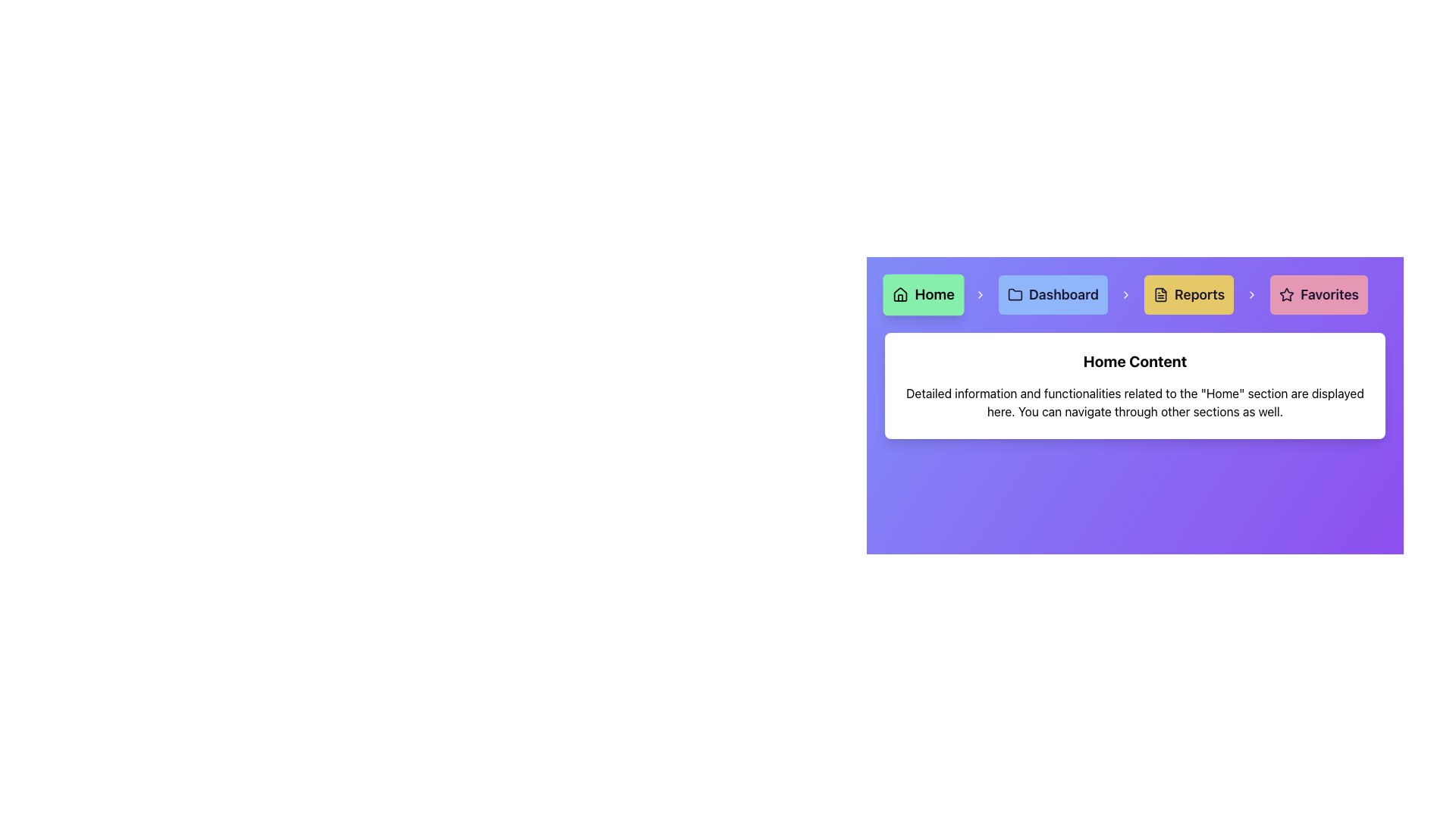 Image resolution: width=1456 pixels, height=819 pixels. What do you see at coordinates (1135, 295) in the screenshot?
I see `the Navigation Bar located at the top of the interface` at bounding box center [1135, 295].